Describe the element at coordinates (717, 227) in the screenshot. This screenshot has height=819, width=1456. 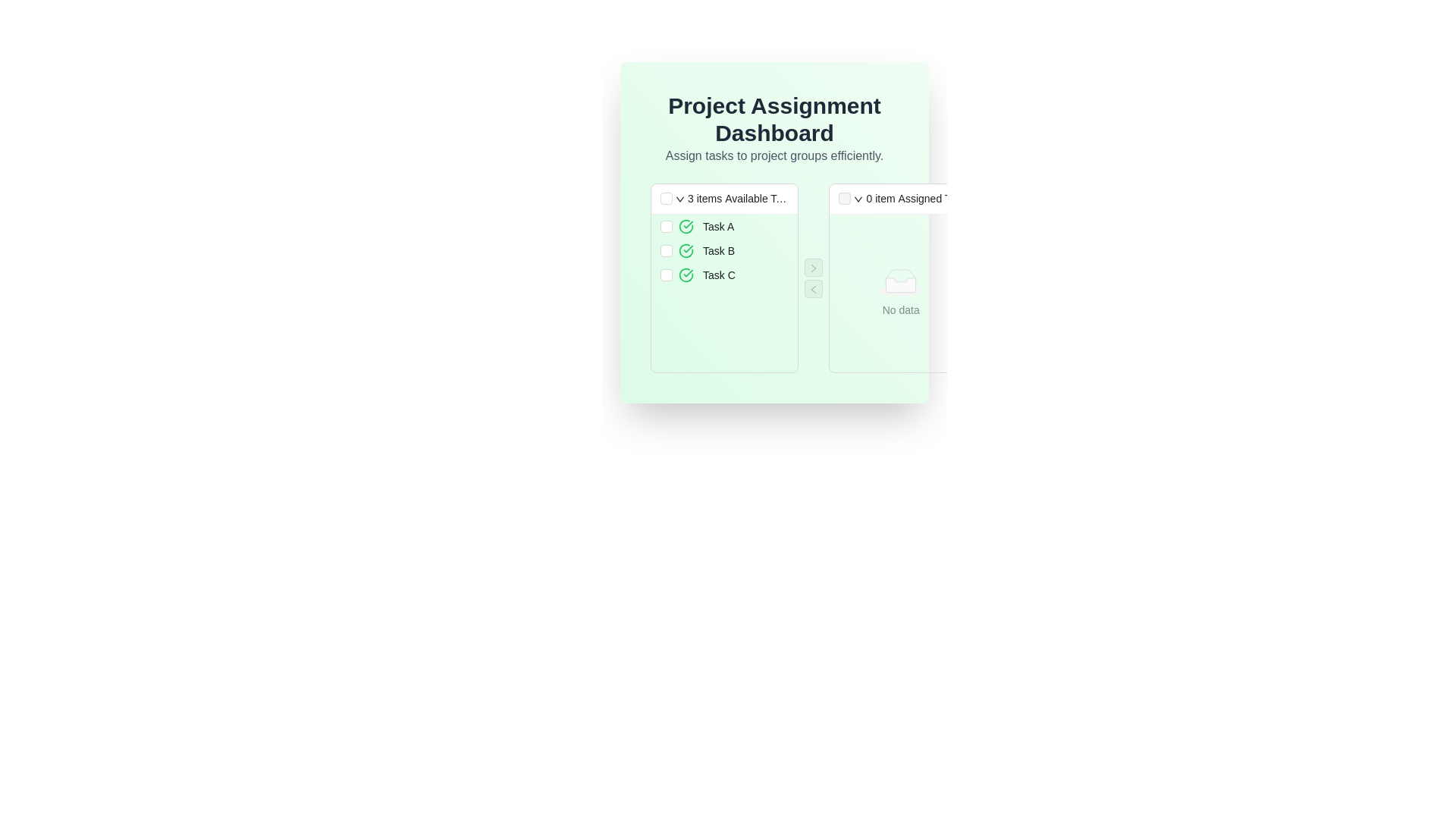
I see `the text label 'Task A', which indicates a task's identity in the task selection system, located in the top-left quadrant adjacent to a green checkmark icon` at that location.